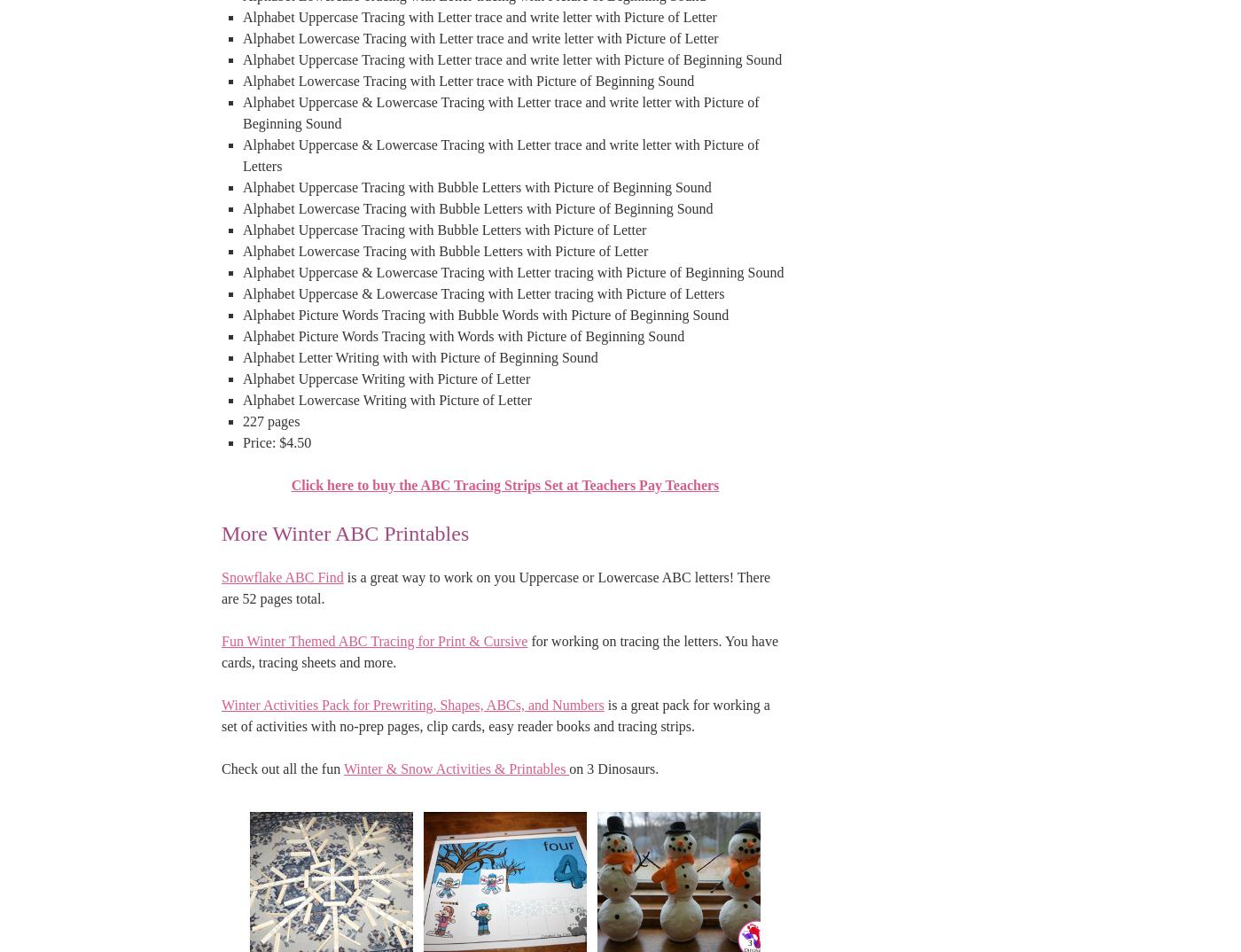 The height and width of the screenshot is (952, 1241). Describe the element at coordinates (464, 335) in the screenshot. I see `'Alphabet Picture Words Tracing with Words with Picture of Beginning Sound'` at that location.